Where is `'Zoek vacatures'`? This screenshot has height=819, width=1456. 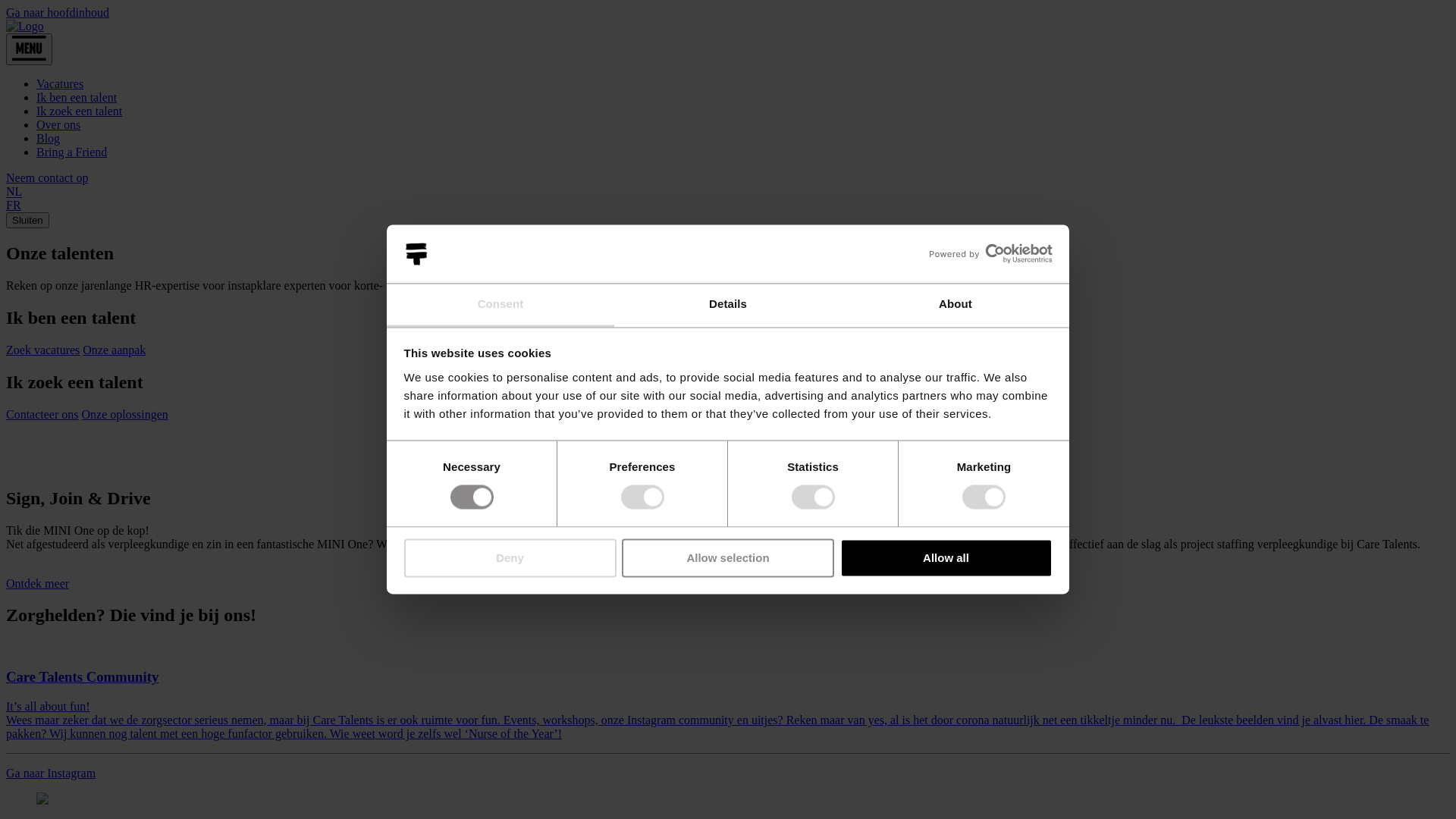
'Zoek vacatures' is located at coordinates (6, 350).